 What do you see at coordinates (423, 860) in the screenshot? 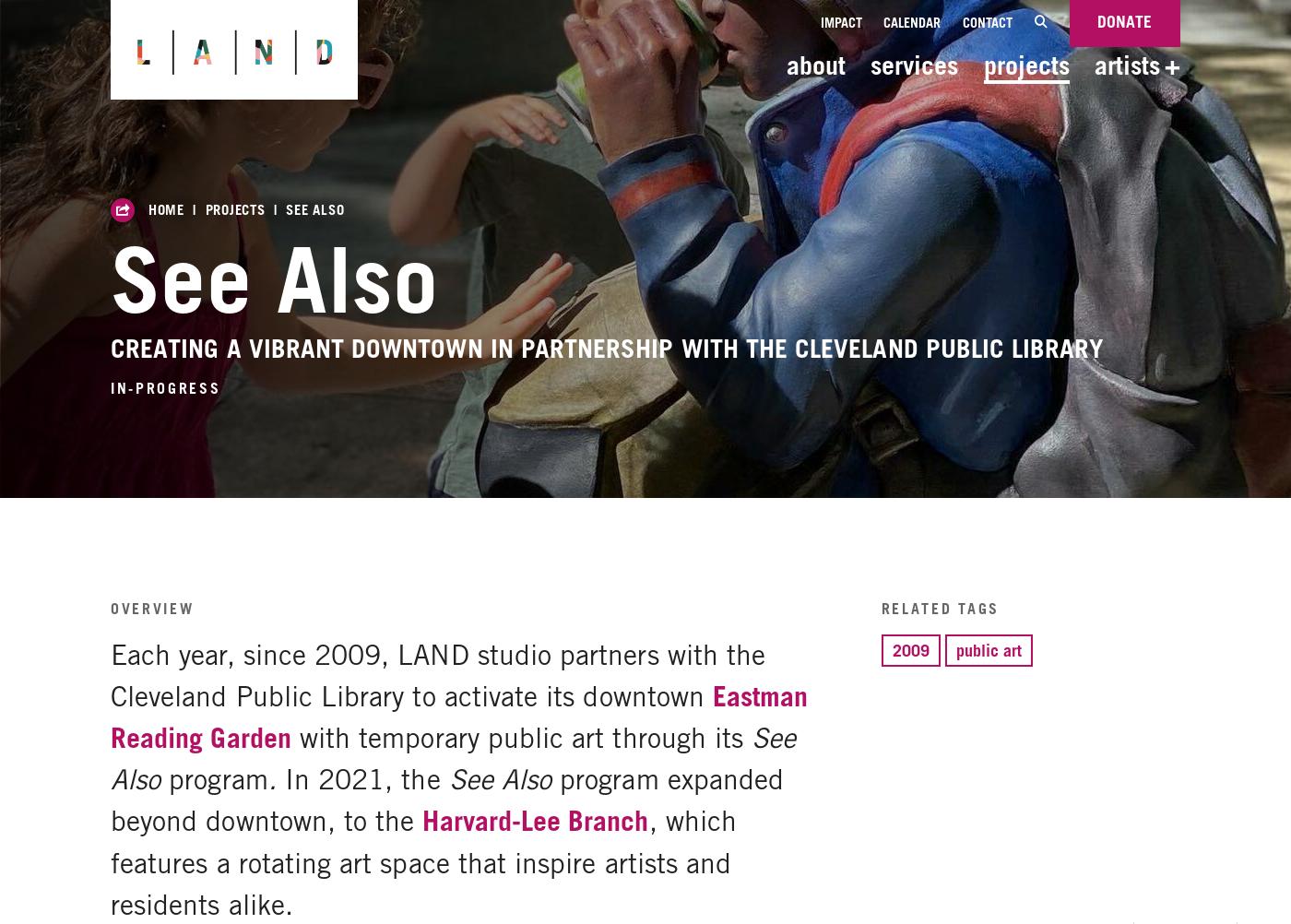
I see `', which features a rotating art space that inspire artists and residents alike.'` at bounding box center [423, 860].